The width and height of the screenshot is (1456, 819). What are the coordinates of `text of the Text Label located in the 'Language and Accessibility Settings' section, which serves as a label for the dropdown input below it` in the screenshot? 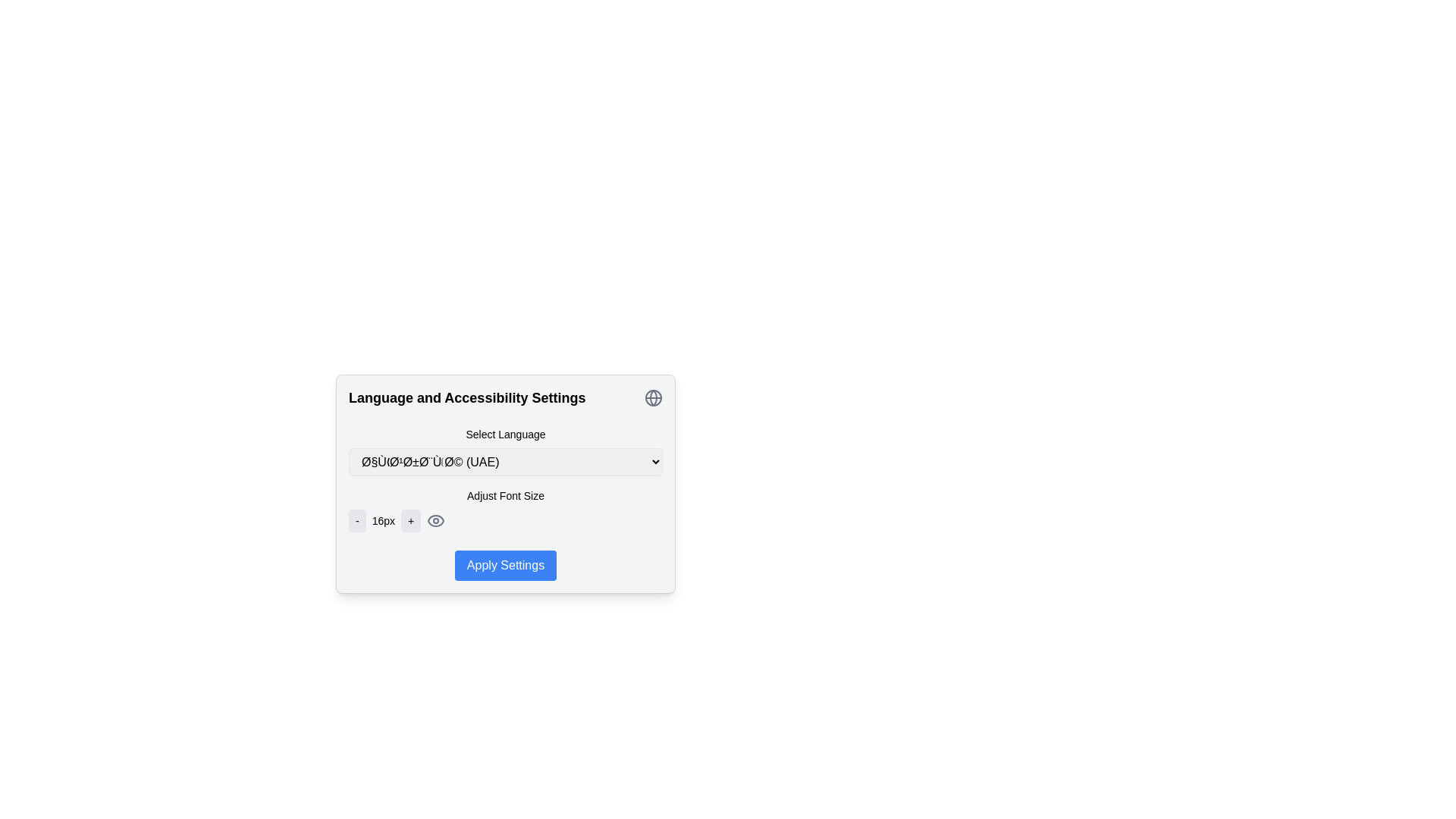 It's located at (506, 435).